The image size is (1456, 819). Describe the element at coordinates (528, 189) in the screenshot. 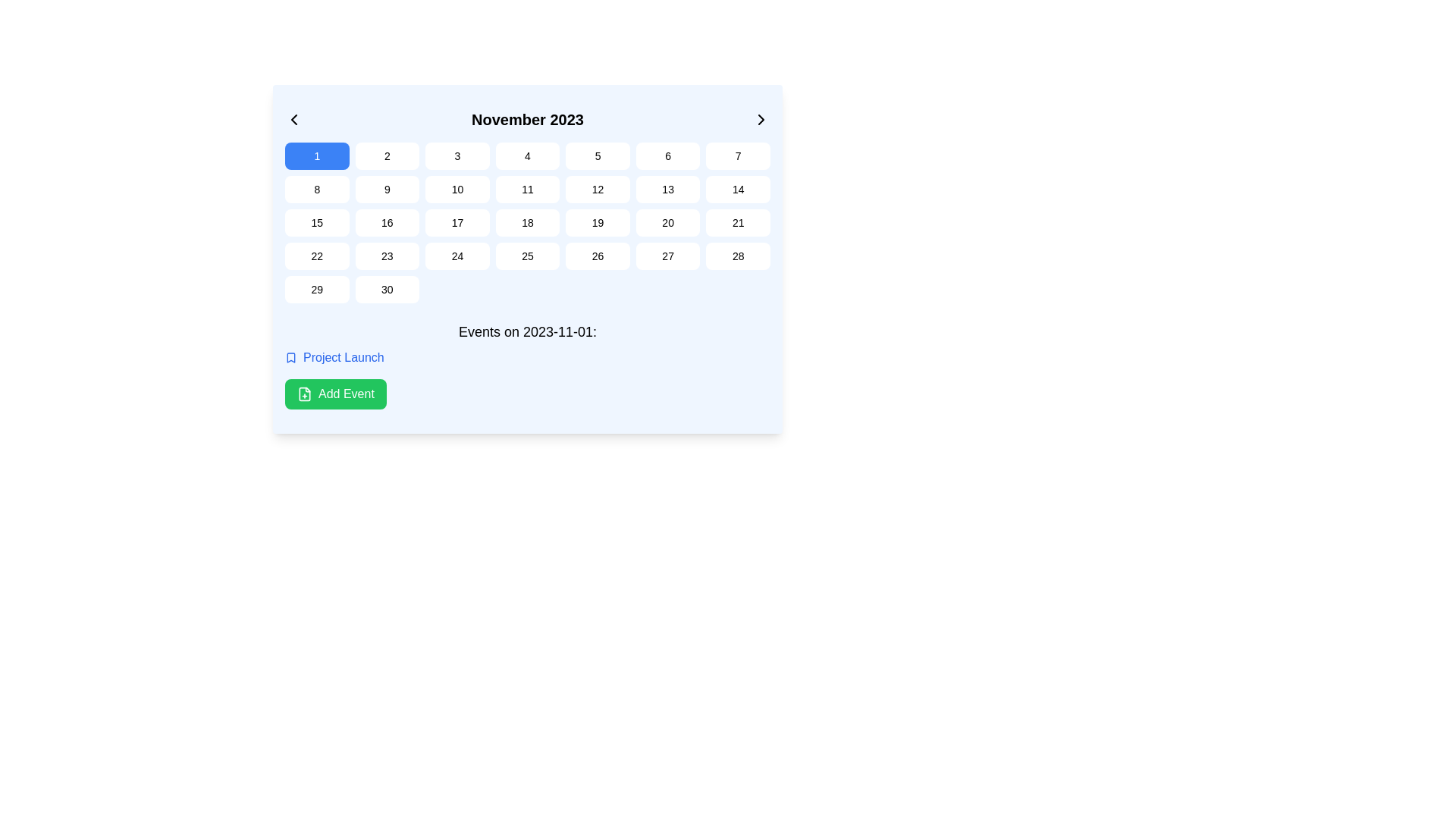

I see `the button labeled '11' located` at that location.